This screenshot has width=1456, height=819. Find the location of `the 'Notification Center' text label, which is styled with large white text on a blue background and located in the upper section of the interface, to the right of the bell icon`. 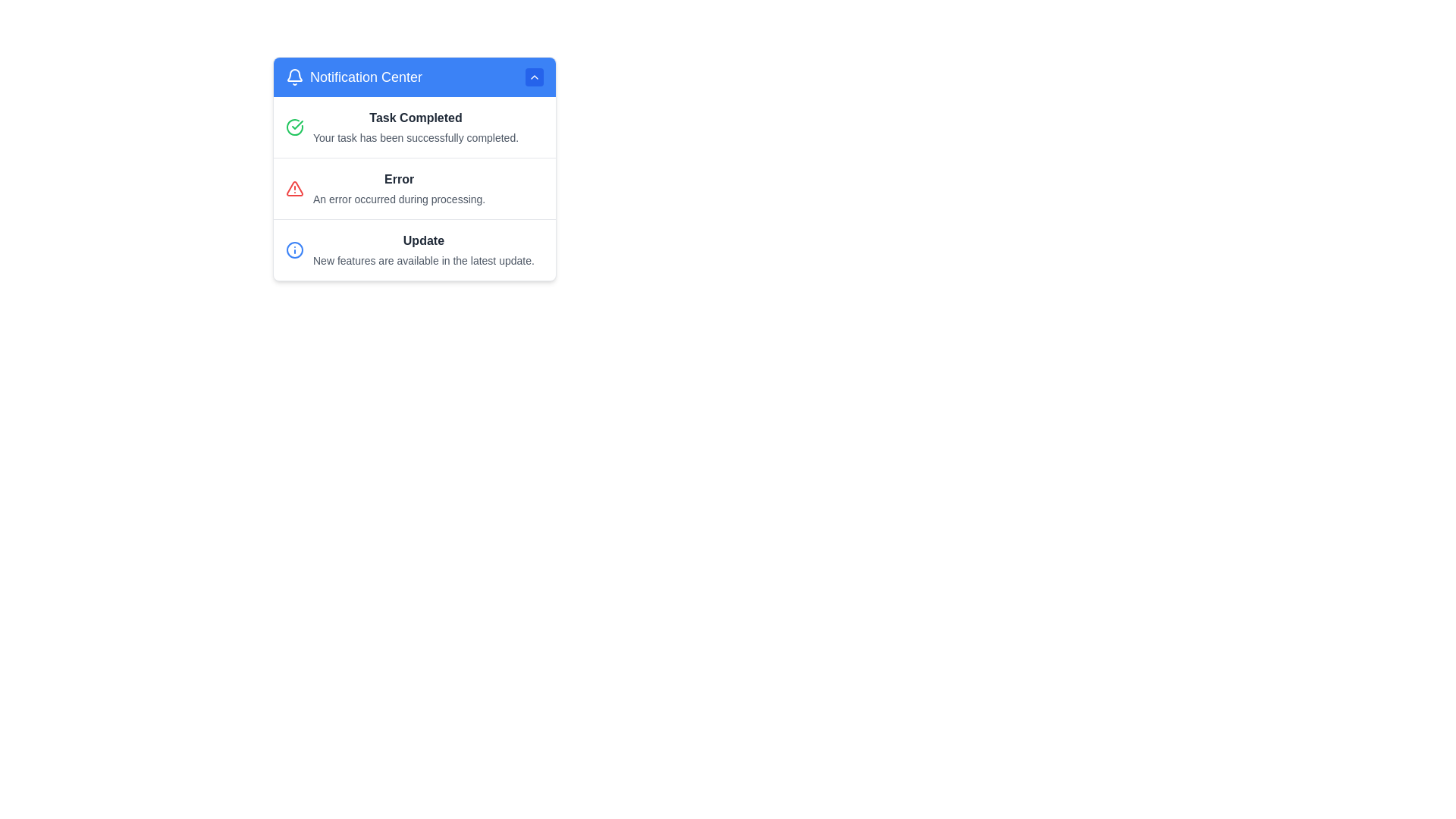

the 'Notification Center' text label, which is styled with large white text on a blue background and located in the upper section of the interface, to the right of the bell icon is located at coordinates (366, 77).